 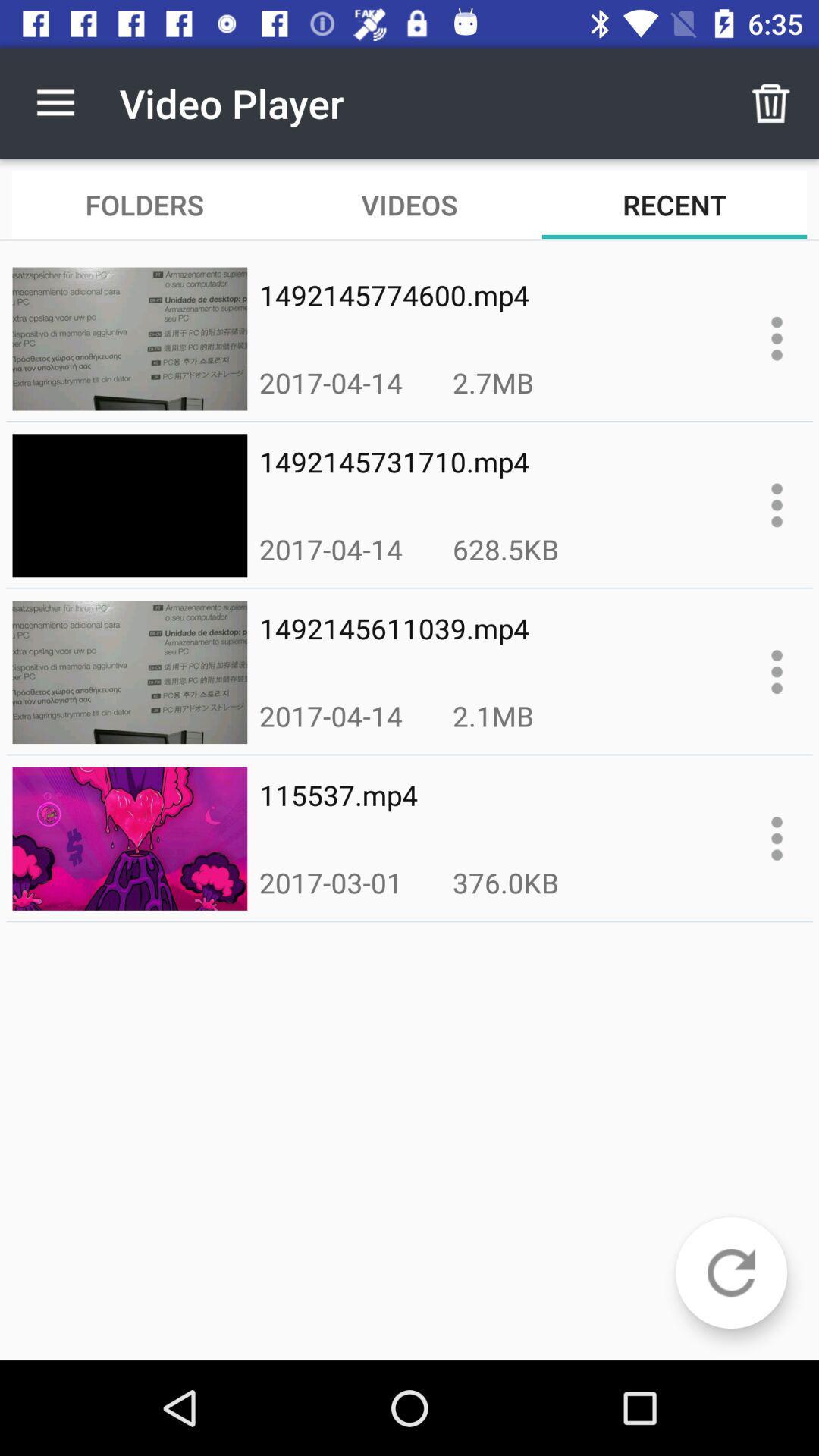 What do you see at coordinates (777, 671) in the screenshot?
I see `opens up menu to play pause rewind video` at bounding box center [777, 671].